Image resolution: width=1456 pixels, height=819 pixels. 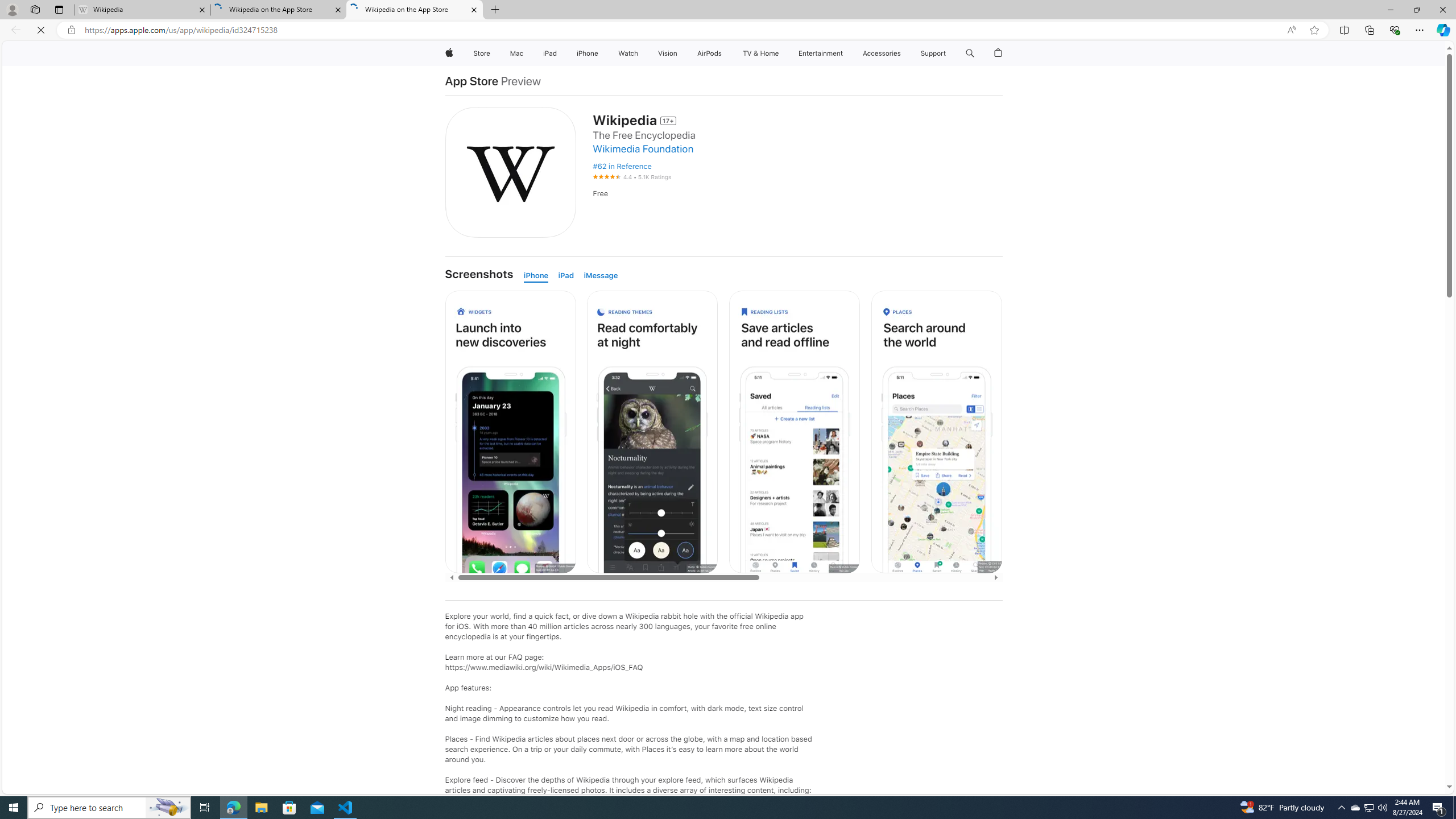 What do you see at coordinates (473, 80) in the screenshot?
I see `'App Store'` at bounding box center [473, 80].